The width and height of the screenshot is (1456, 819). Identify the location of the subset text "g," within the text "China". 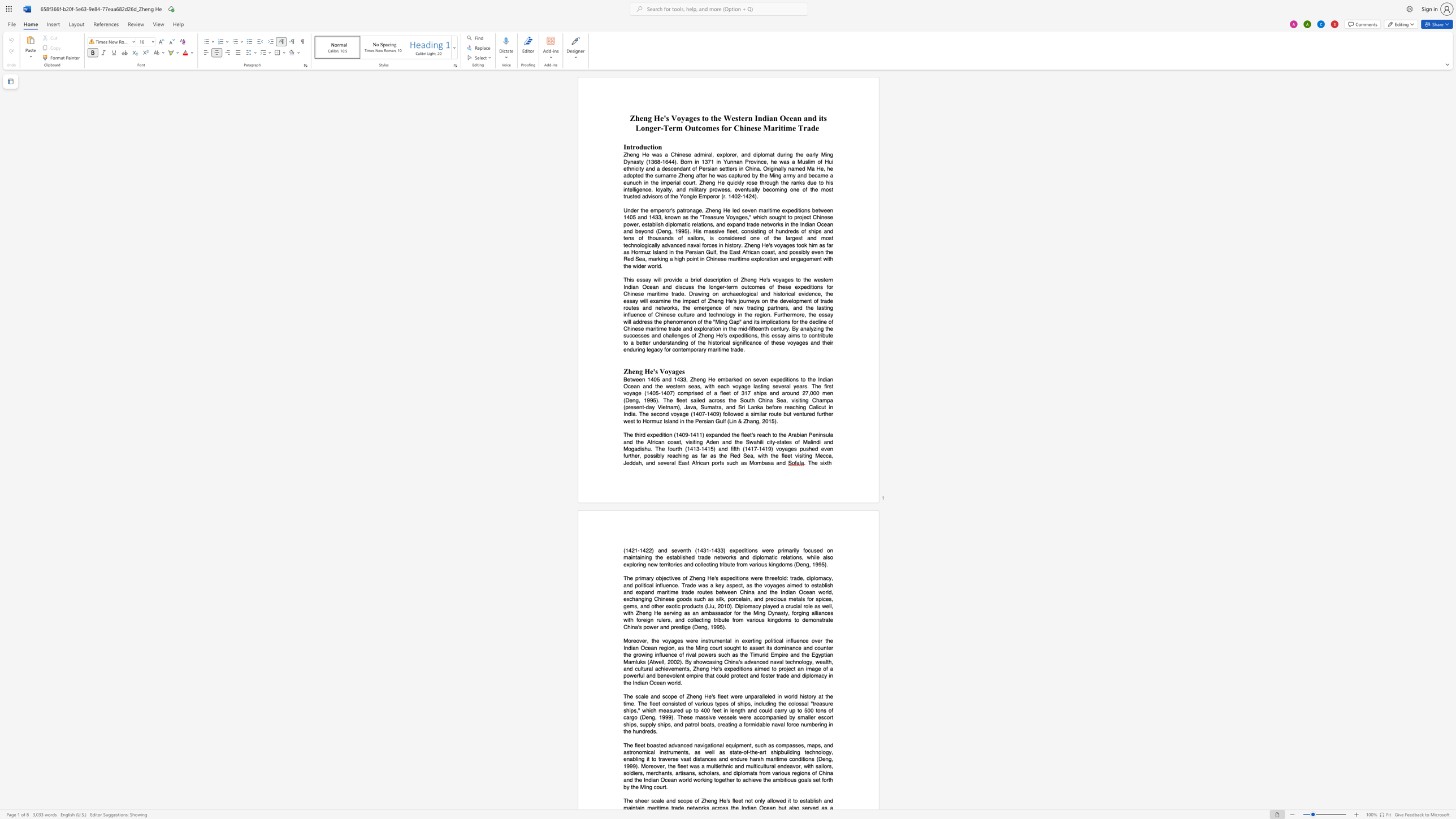
(704, 626).